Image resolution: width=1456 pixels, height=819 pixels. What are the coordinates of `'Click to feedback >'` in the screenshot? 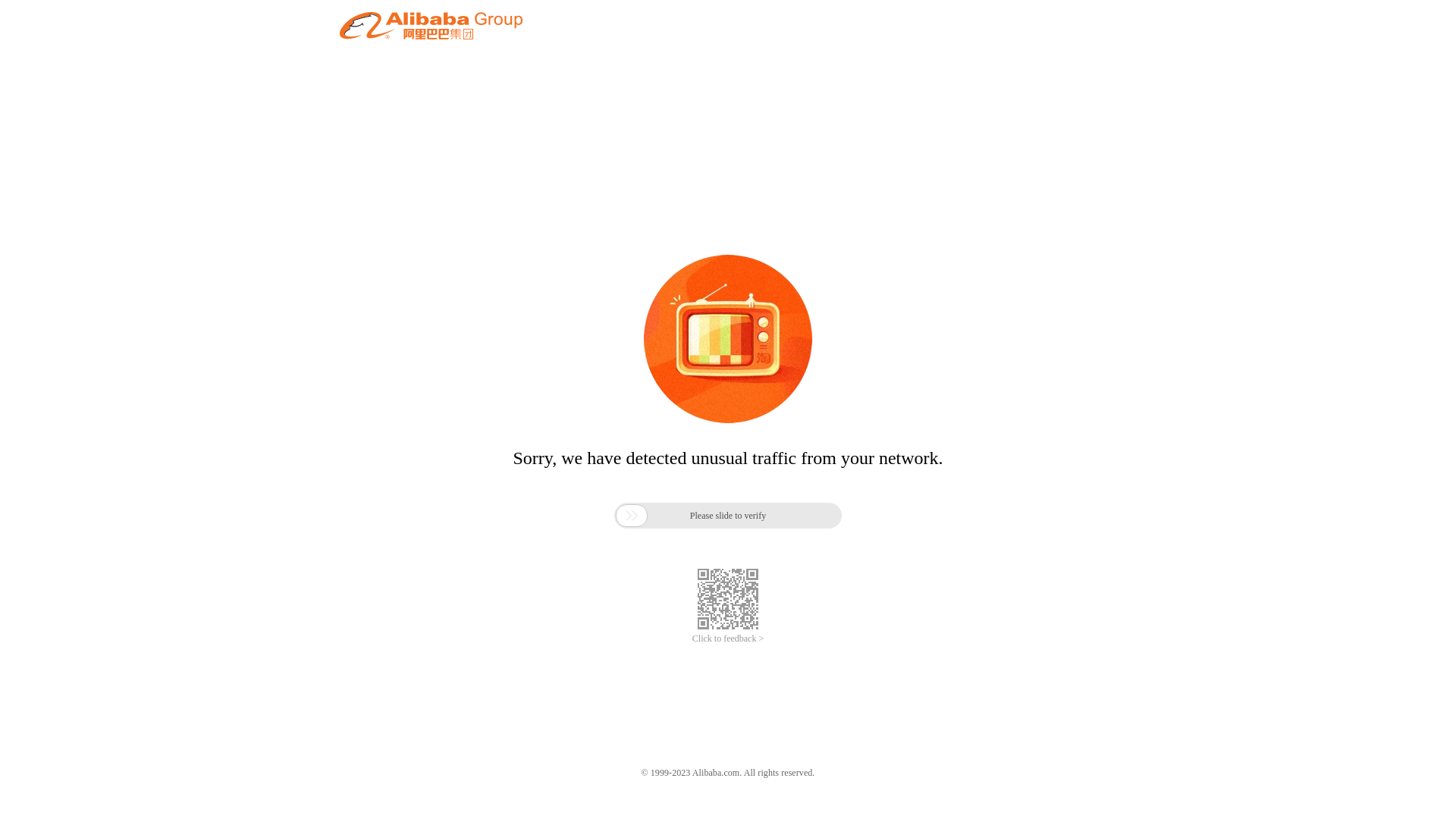 It's located at (728, 639).